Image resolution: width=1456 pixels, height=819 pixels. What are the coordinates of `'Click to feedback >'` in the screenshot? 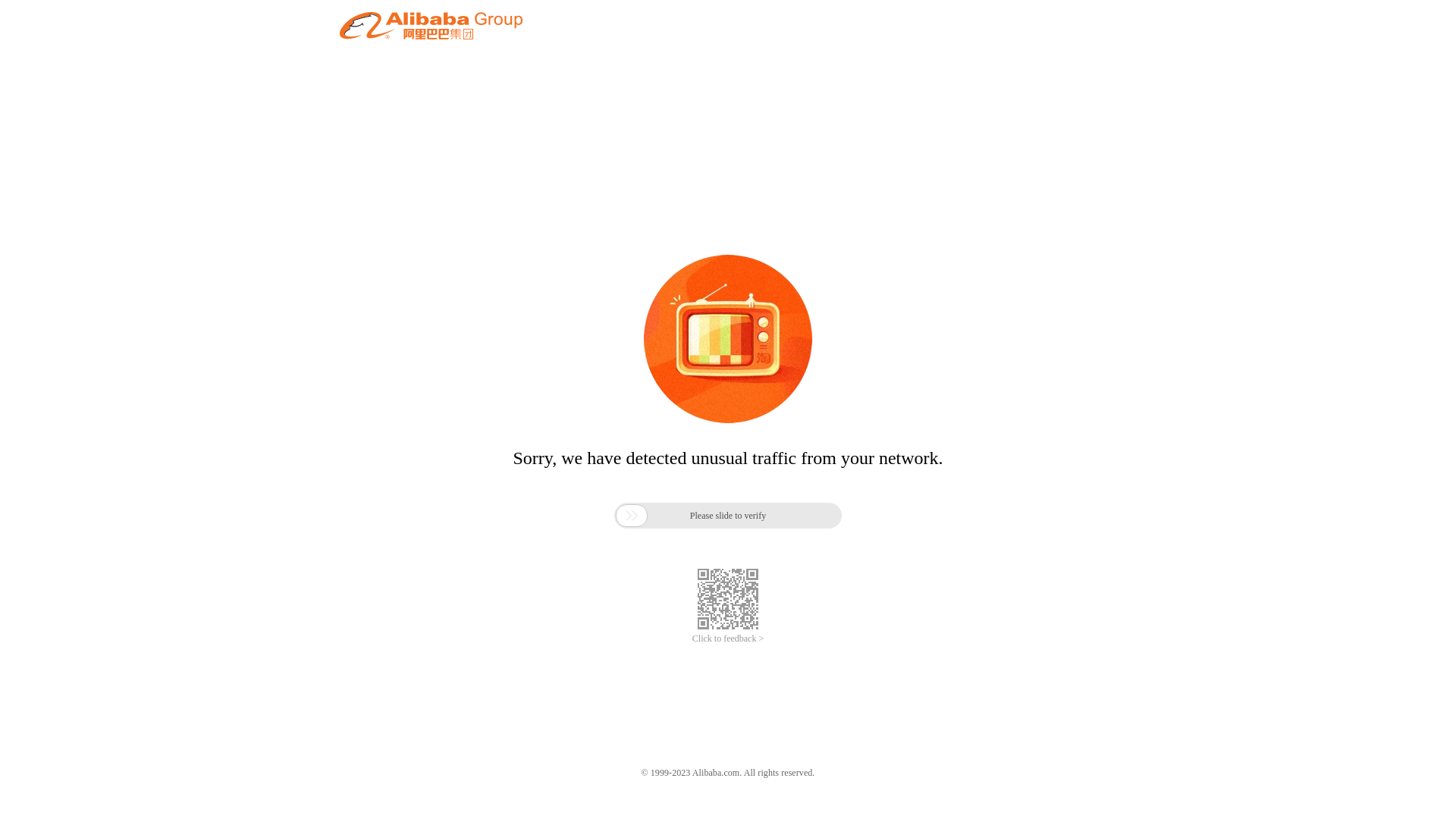 It's located at (728, 639).